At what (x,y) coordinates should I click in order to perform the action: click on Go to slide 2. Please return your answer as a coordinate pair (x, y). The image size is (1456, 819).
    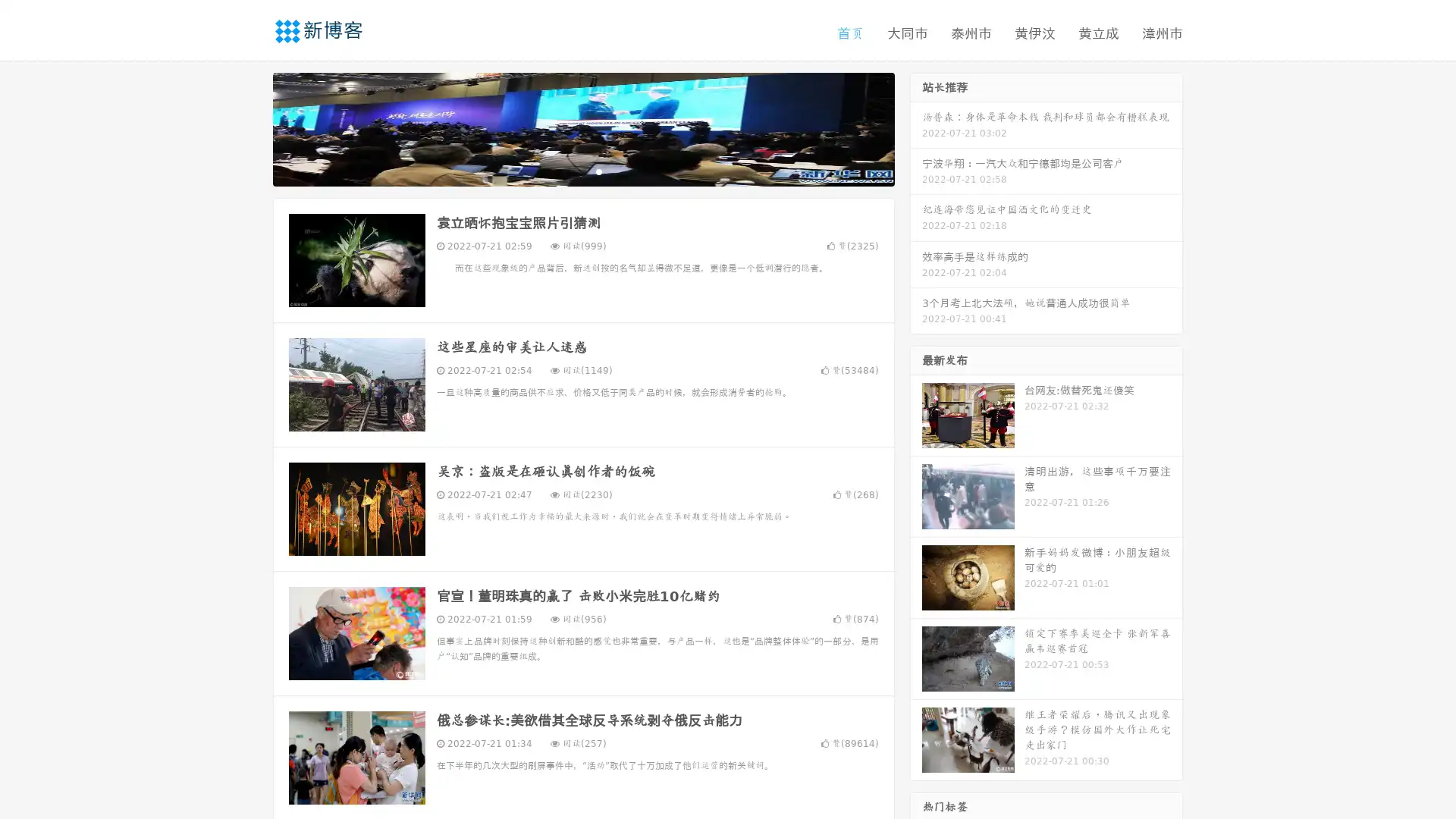
    Looking at the image, I should click on (582, 171).